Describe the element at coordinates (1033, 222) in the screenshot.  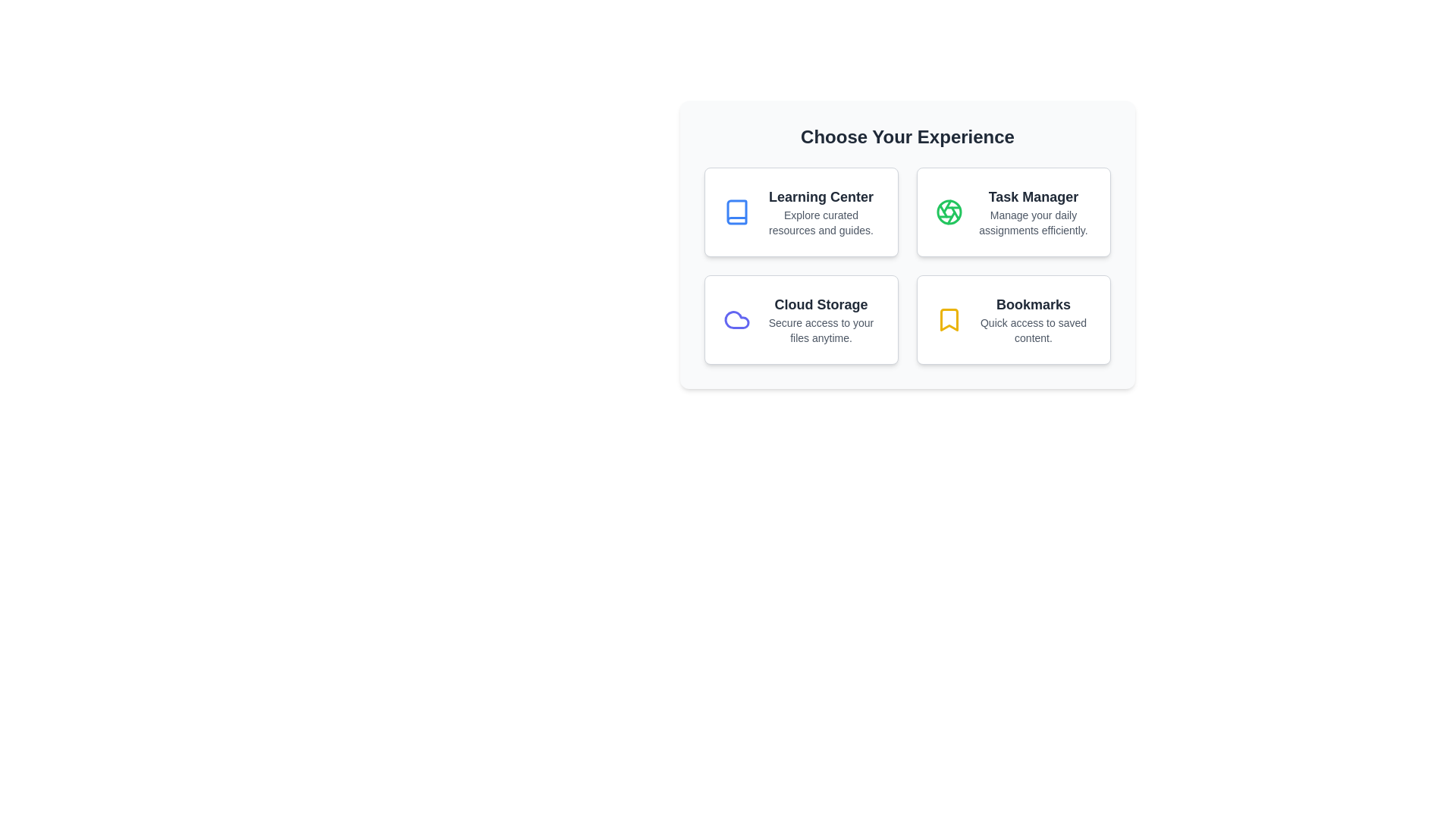
I see `text content of the descriptive text reading 'Manage your daily assignments efficiently.' which is styled in gray and positioned below the 'Task Manager' title in the upper-right content card` at that location.